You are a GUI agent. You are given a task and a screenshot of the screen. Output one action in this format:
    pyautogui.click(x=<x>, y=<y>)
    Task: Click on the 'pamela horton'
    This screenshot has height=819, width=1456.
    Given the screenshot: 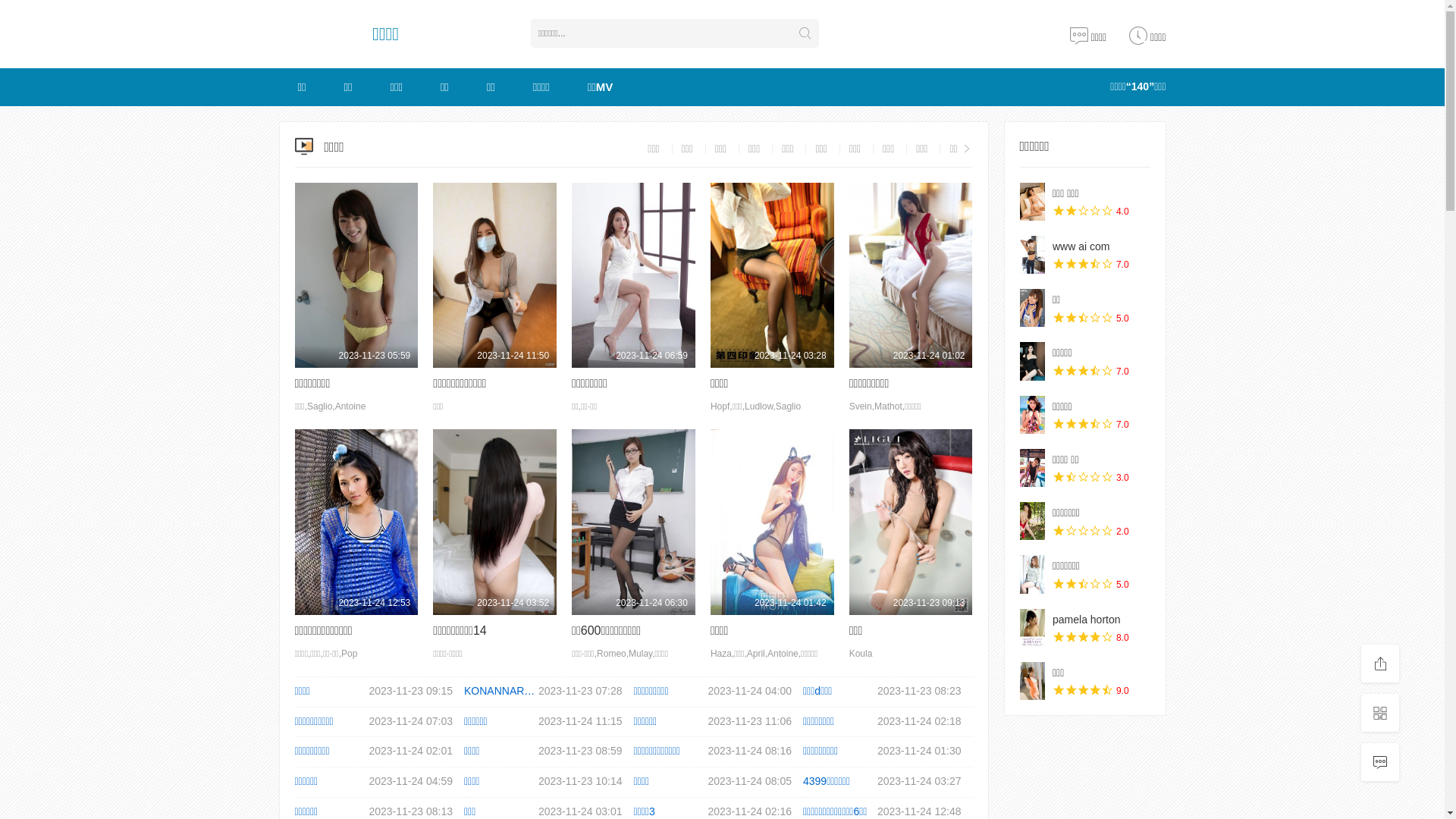 What is the action you would take?
    pyautogui.click(x=1086, y=620)
    